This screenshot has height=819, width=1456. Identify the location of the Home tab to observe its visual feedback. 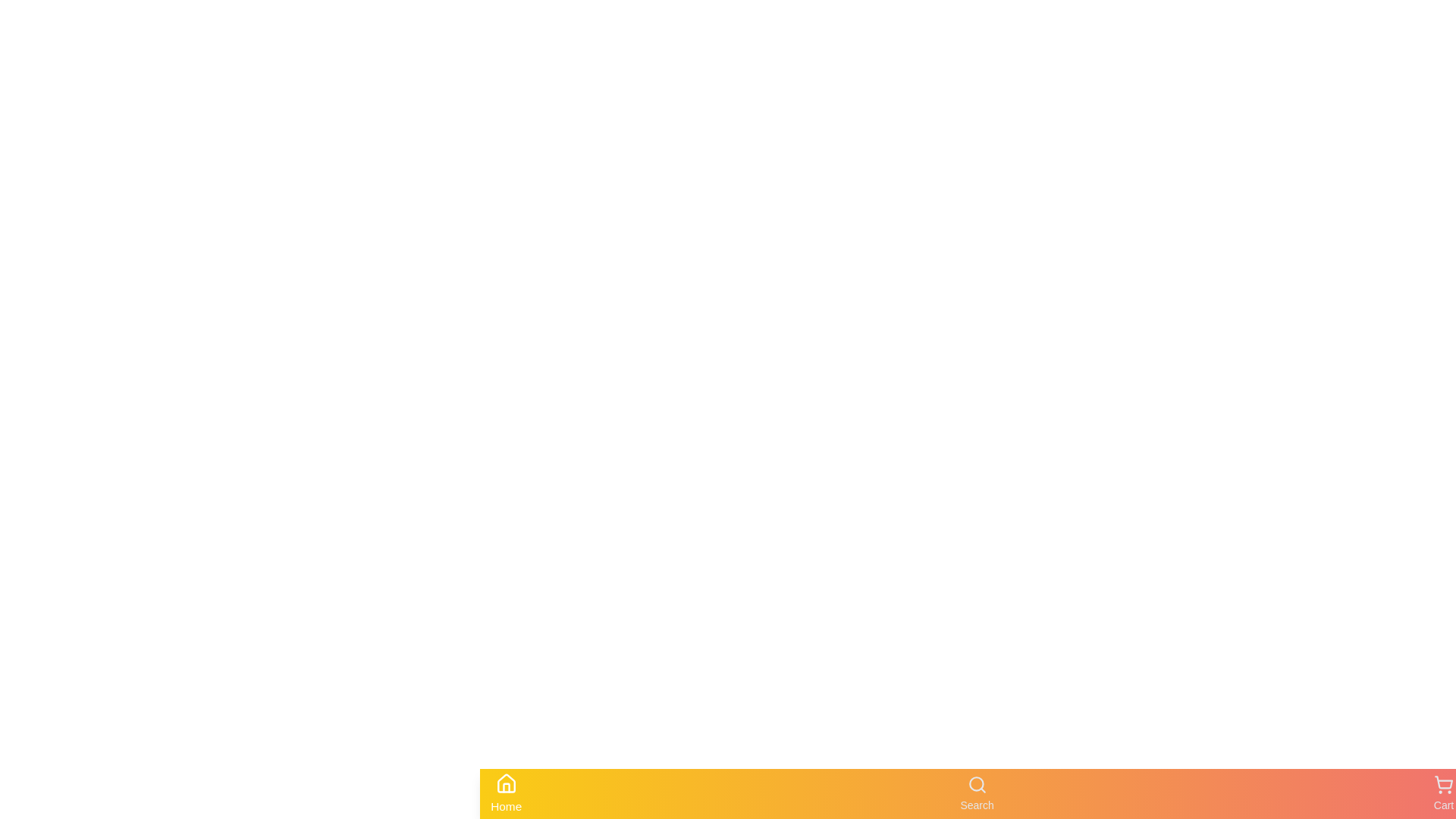
(506, 792).